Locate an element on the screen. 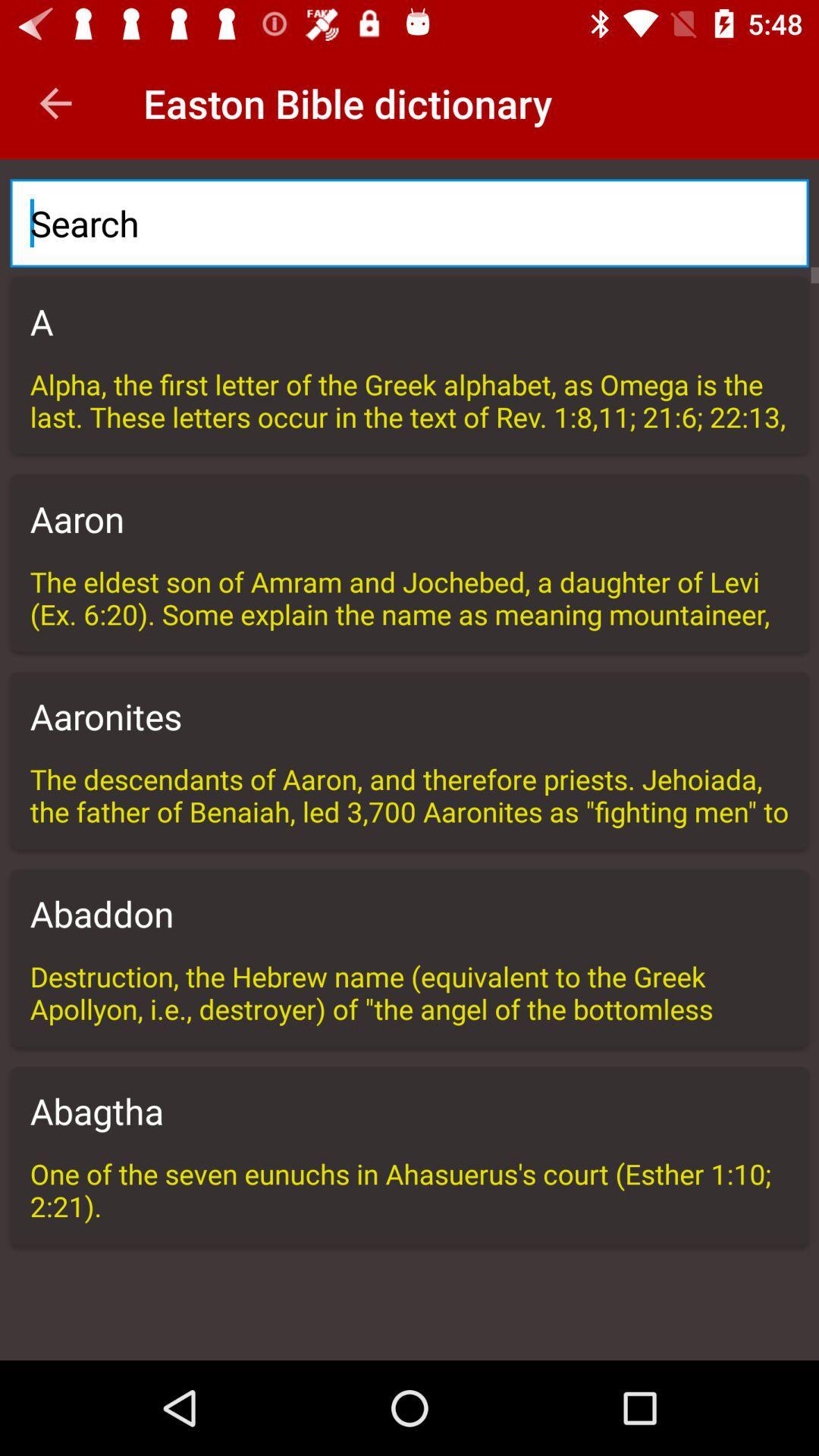 This screenshot has height=1456, width=819. type search terms is located at coordinates (409, 222).